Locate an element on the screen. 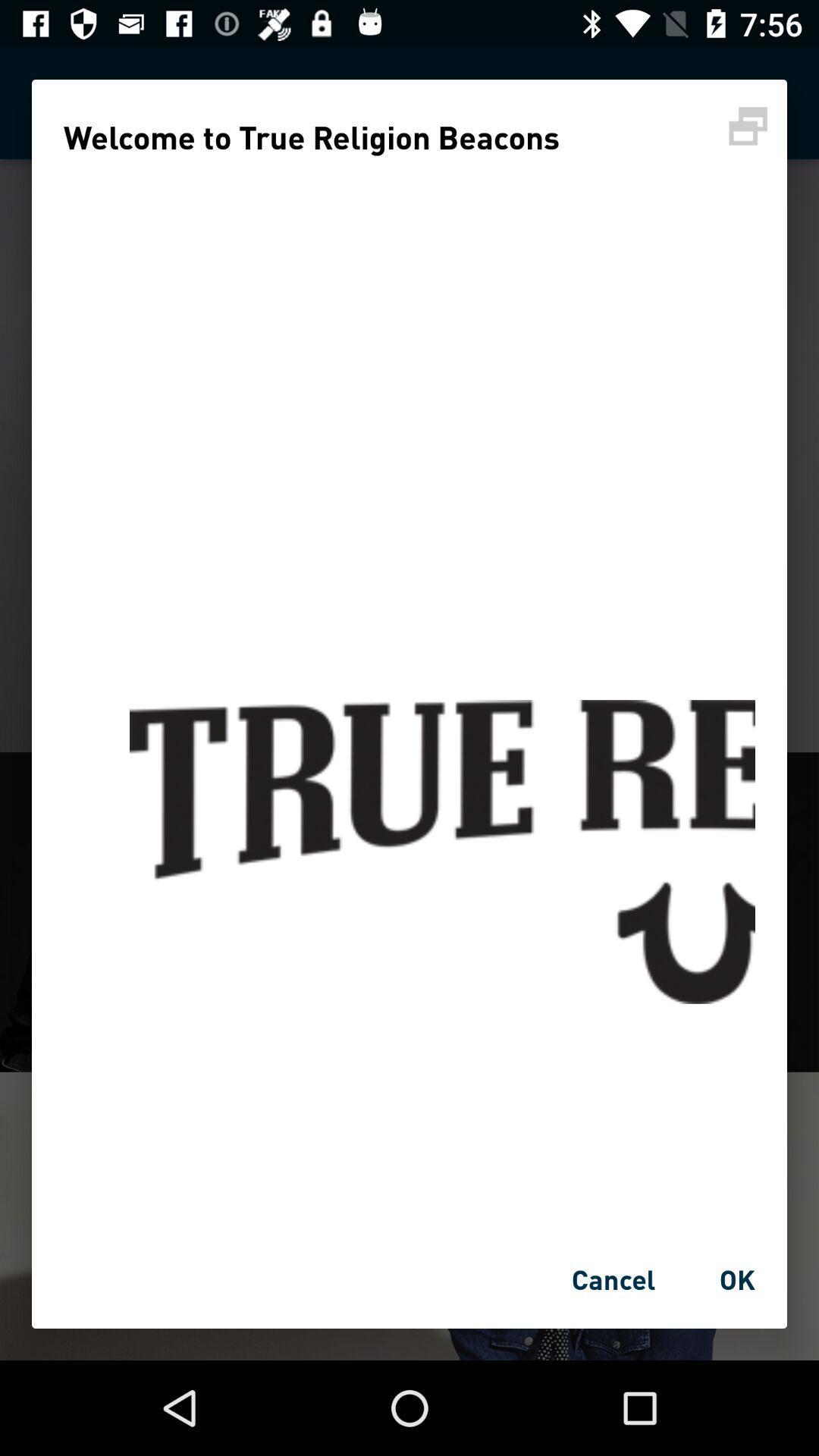 The width and height of the screenshot is (819, 1456). screen is located at coordinates (747, 126).